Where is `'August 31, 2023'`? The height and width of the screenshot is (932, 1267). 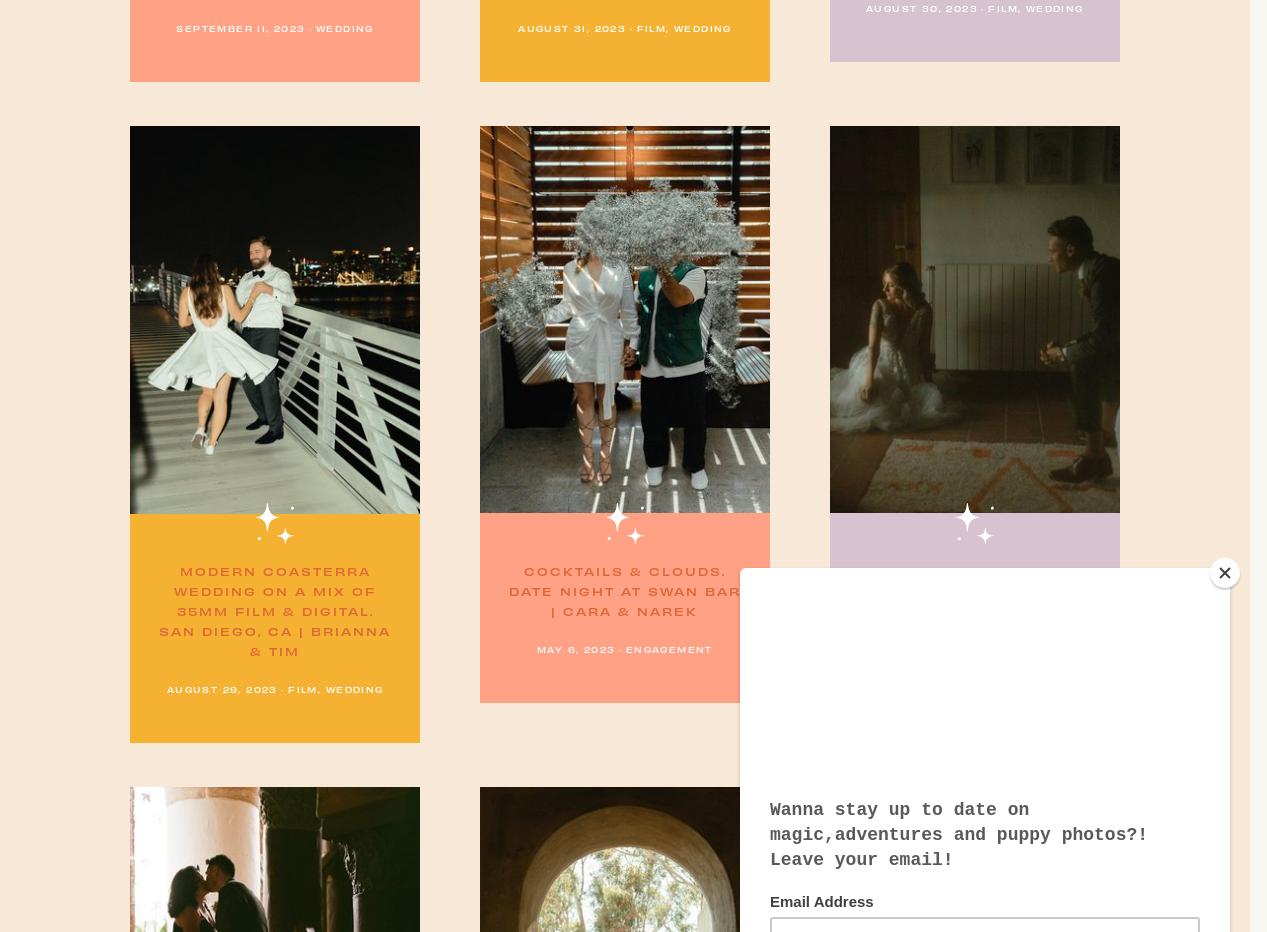 'August 31, 2023' is located at coordinates (571, 27).